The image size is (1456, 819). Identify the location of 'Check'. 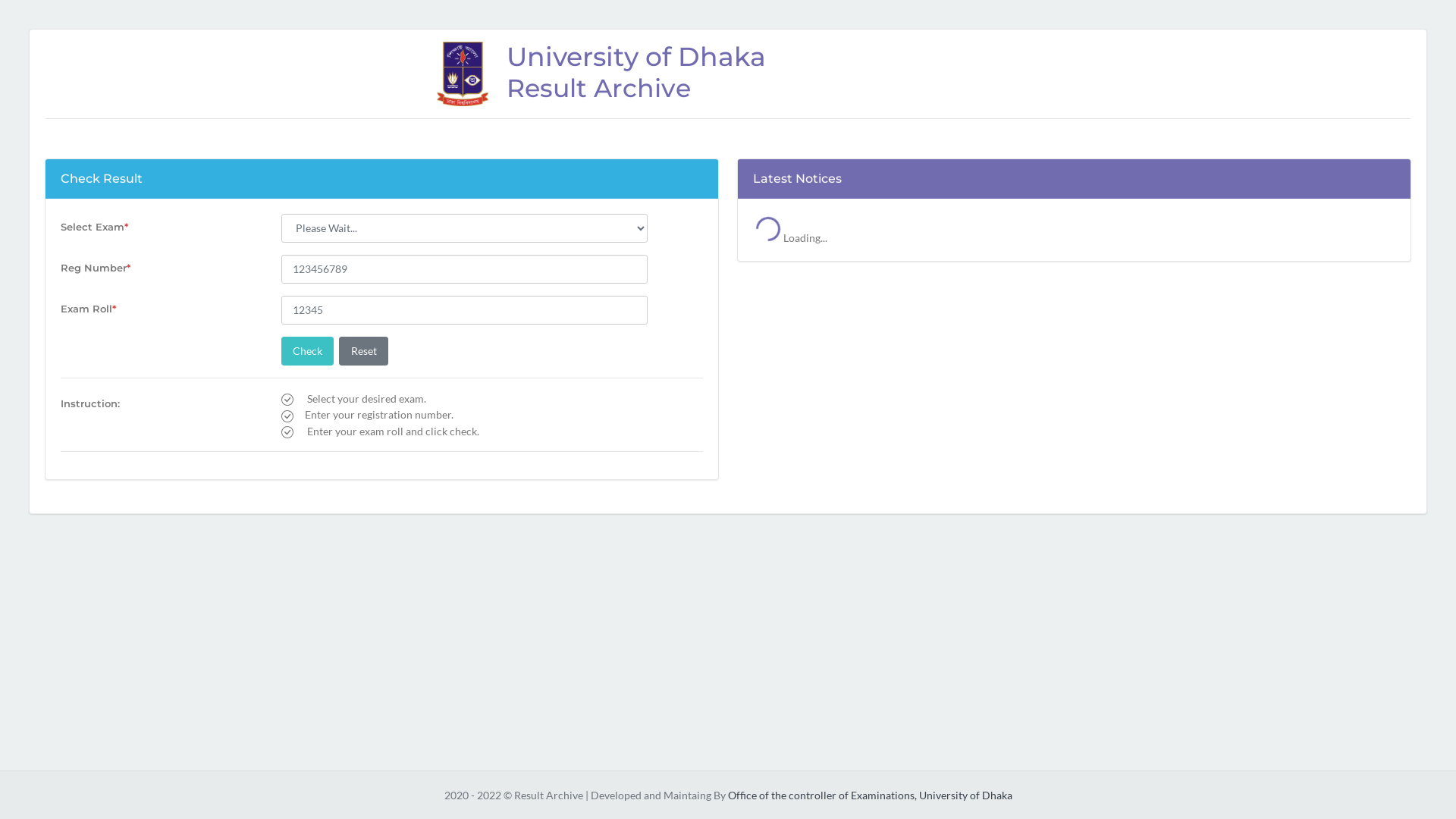
(307, 350).